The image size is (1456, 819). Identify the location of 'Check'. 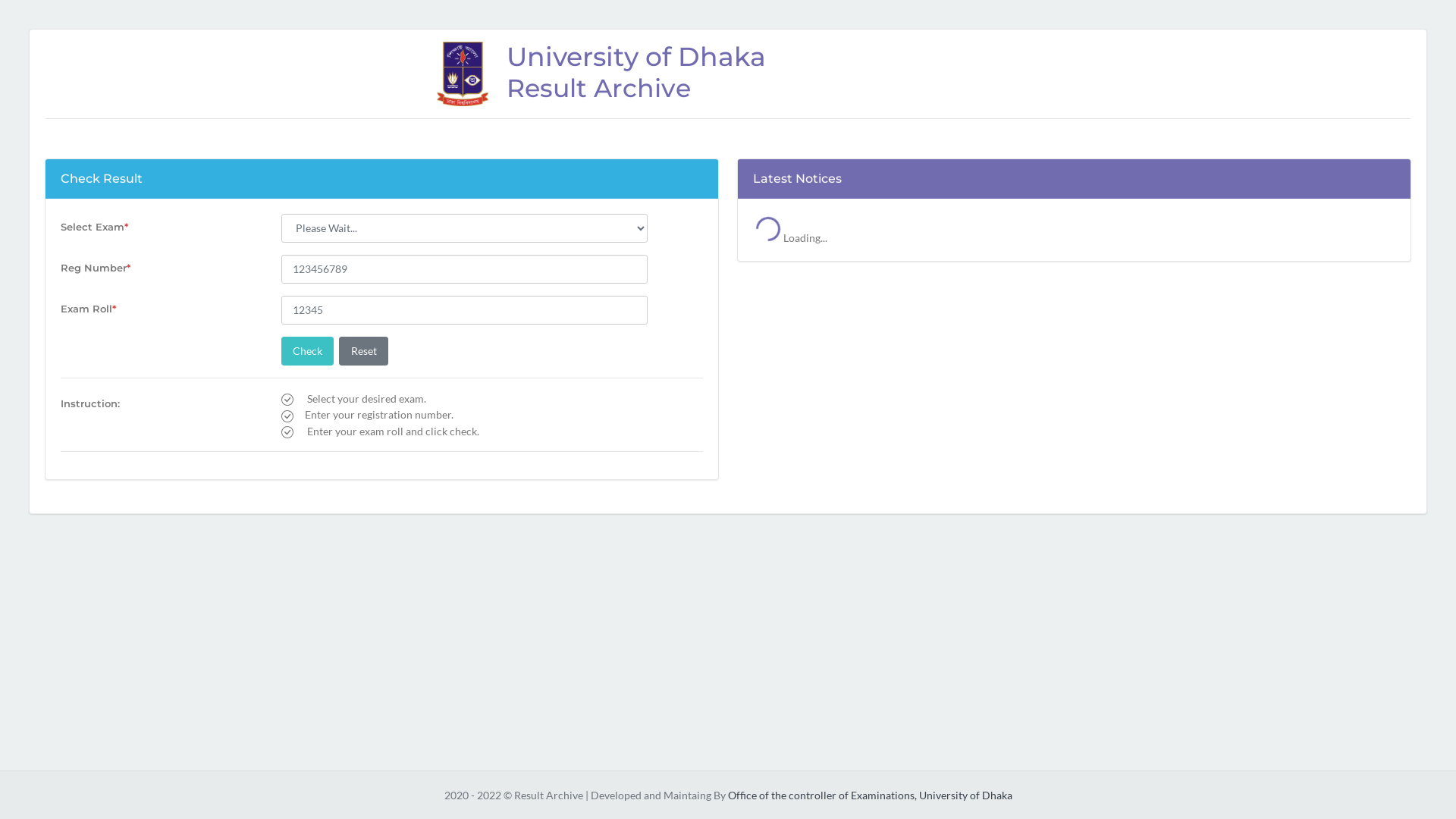
(307, 350).